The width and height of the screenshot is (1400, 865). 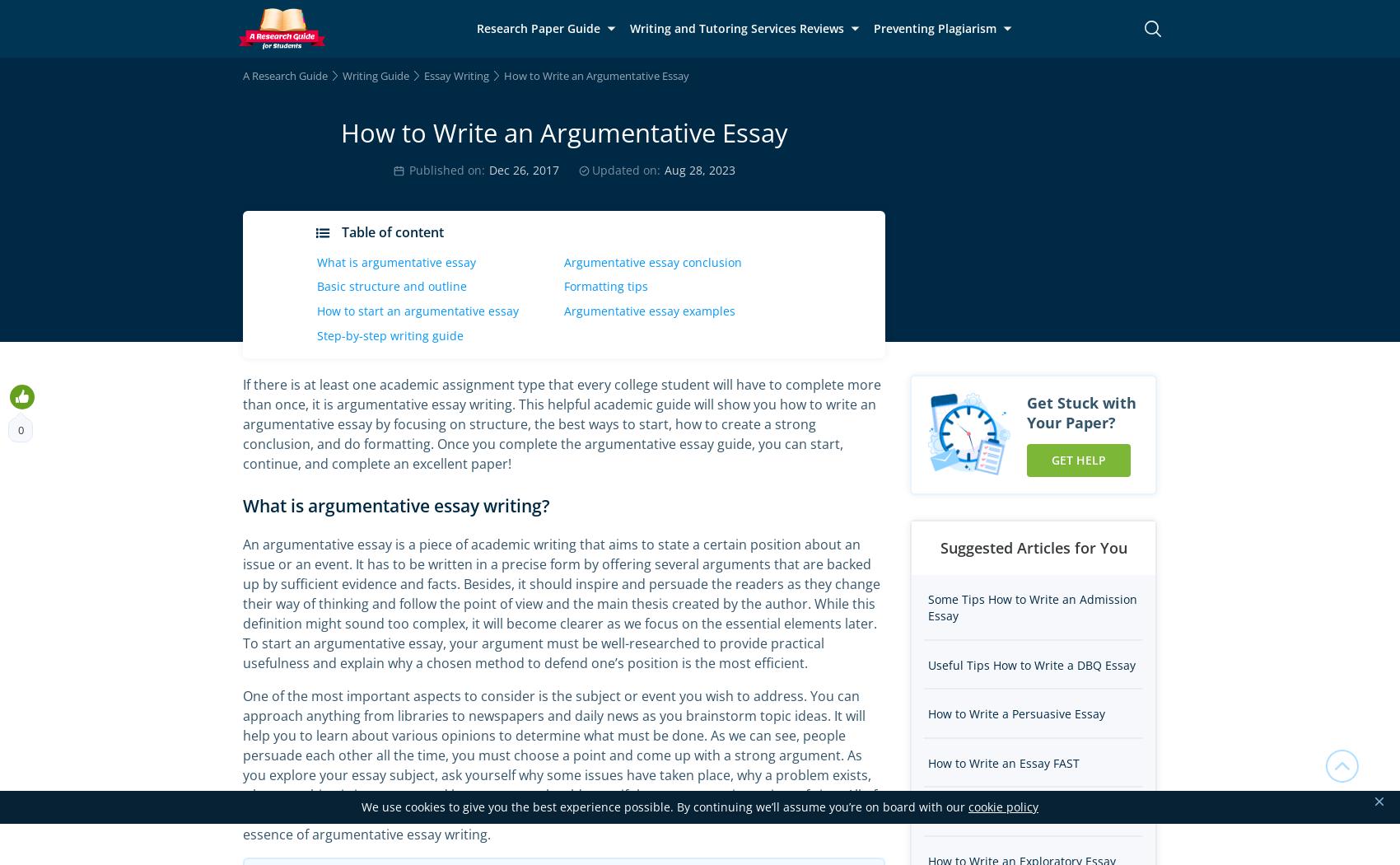 I want to click on 'Step-by-step writing guide', so click(x=390, y=334).